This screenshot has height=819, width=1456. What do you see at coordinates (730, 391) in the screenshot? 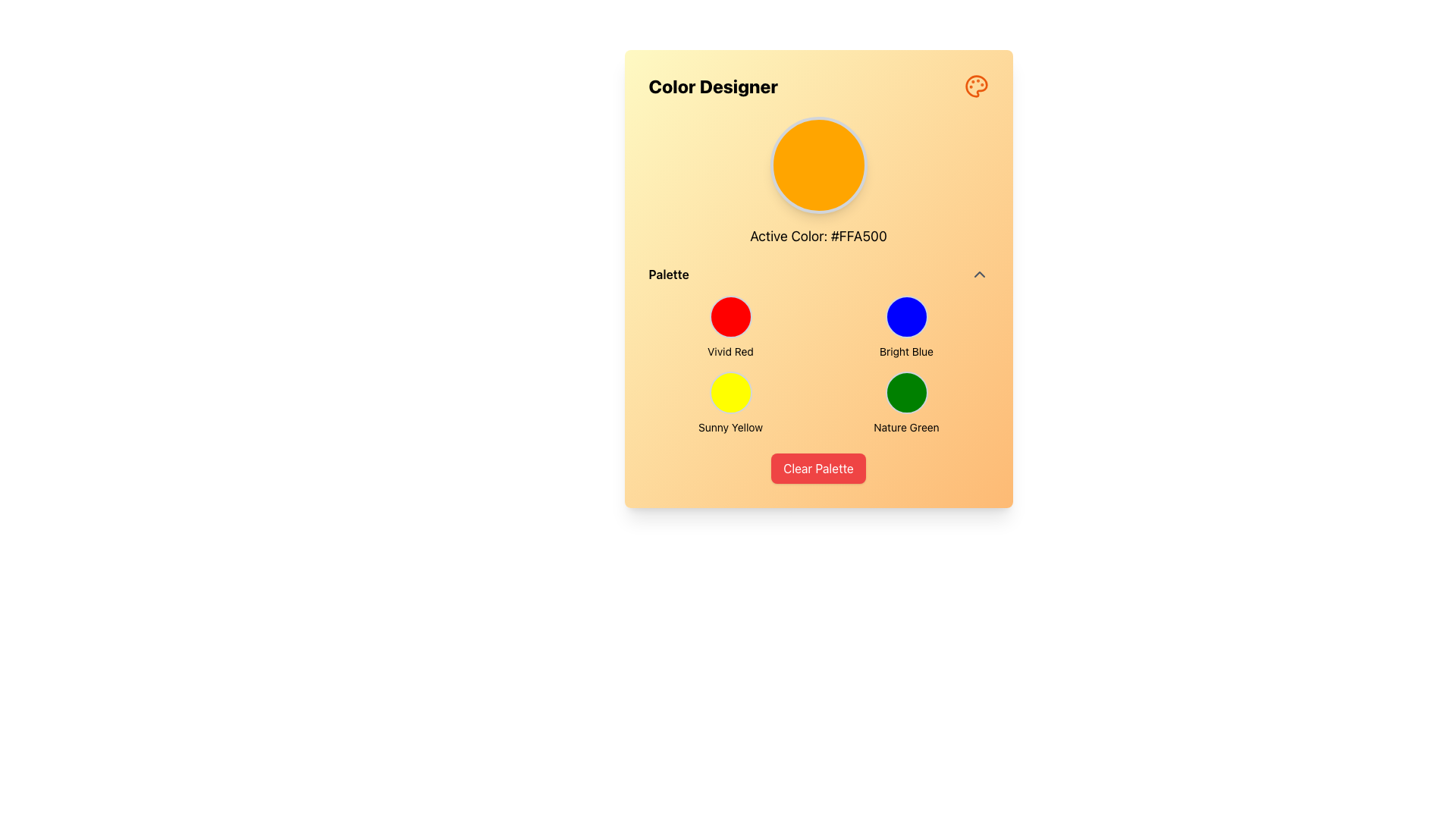
I see `the 'Sunny Yellow' color selection button in the palette section` at bounding box center [730, 391].